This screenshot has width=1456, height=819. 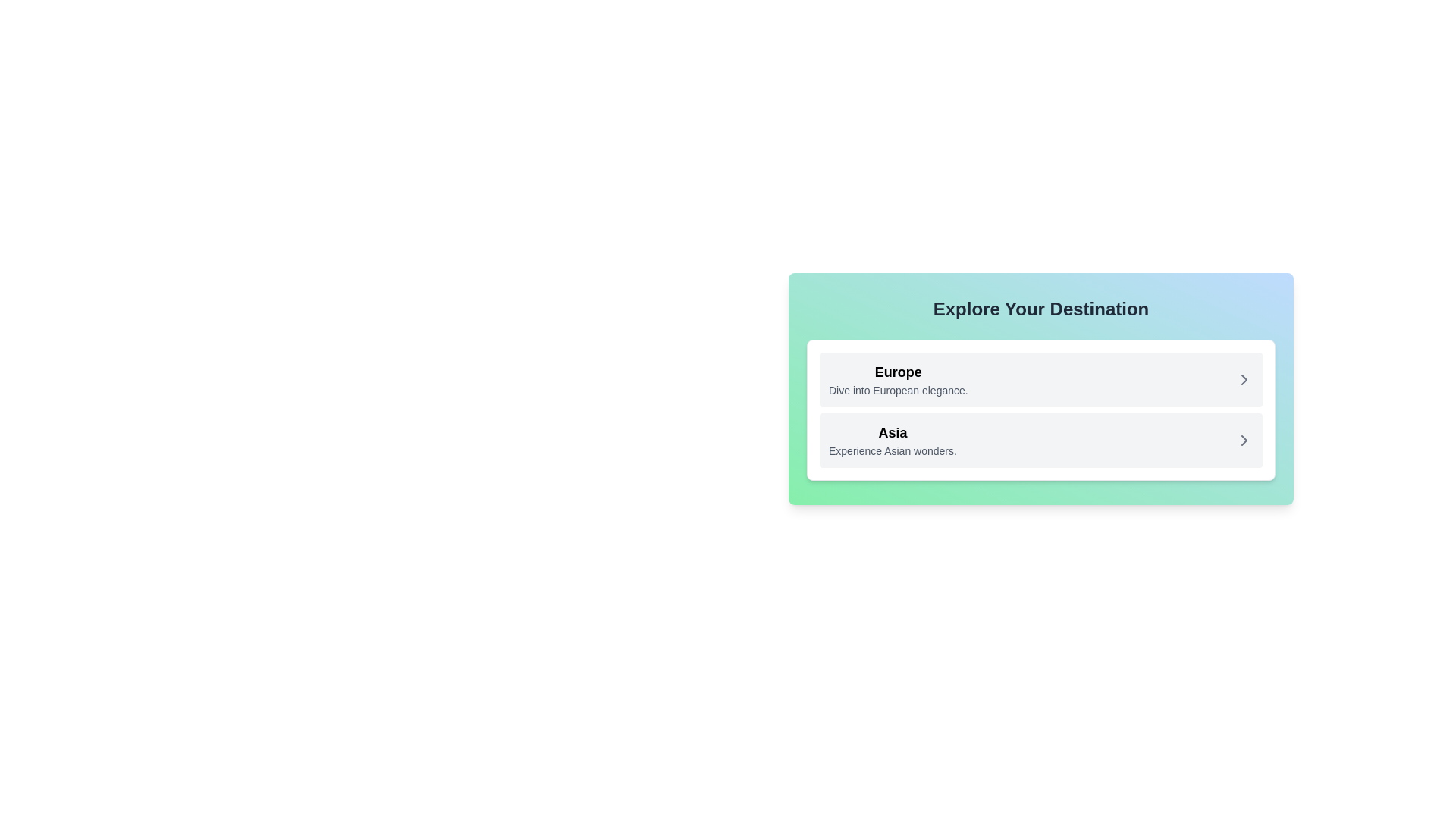 What do you see at coordinates (1244, 379) in the screenshot?
I see `the Chevron icon located on the right side of the 'Europe' content box` at bounding box center [1244, 379].